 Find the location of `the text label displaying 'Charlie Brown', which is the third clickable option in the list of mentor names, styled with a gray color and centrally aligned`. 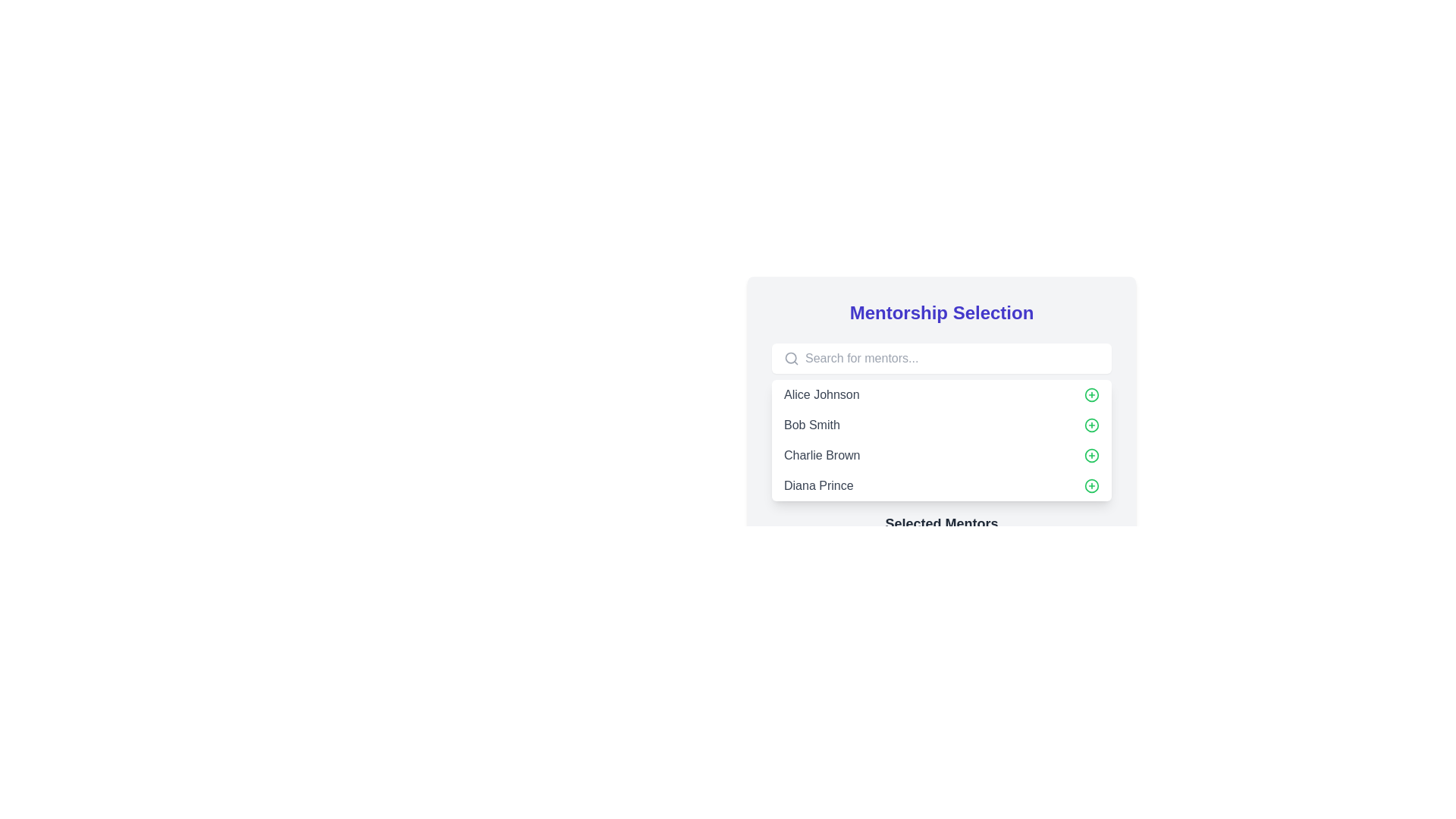

the text label displaying 'Charlie Brown', which is the third clickable option in the list of mentor names, styled with a gray color and centrally aligned is located at coordinates (821, 455).